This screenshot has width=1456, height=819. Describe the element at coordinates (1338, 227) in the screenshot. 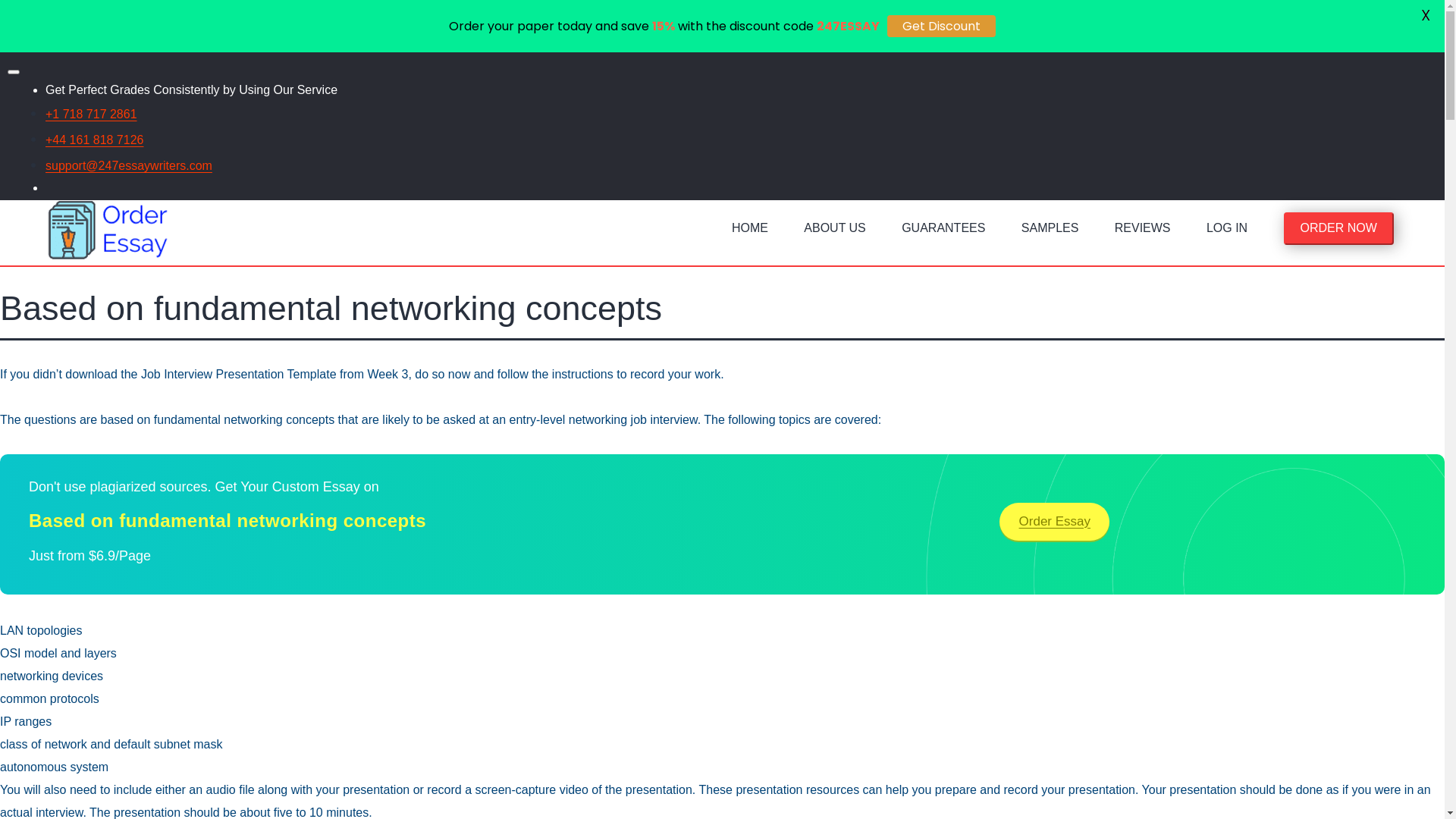

I see `'ORDER NOW'` at that location.